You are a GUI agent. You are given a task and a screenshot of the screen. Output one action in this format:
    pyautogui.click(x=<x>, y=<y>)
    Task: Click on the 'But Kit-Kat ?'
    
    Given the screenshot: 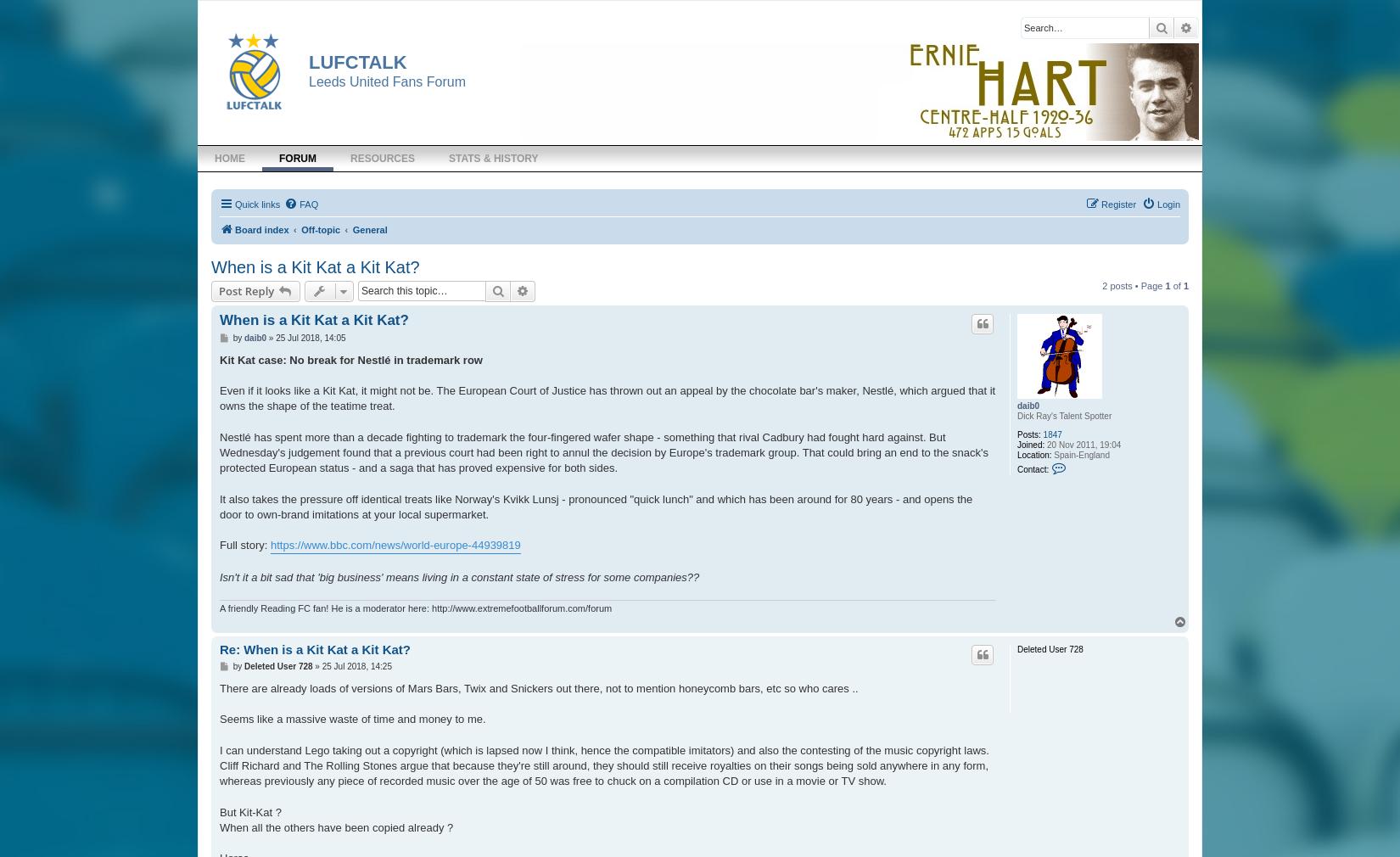 What is the action you would take?
    pyautogui.click(x=250, y=811)
    